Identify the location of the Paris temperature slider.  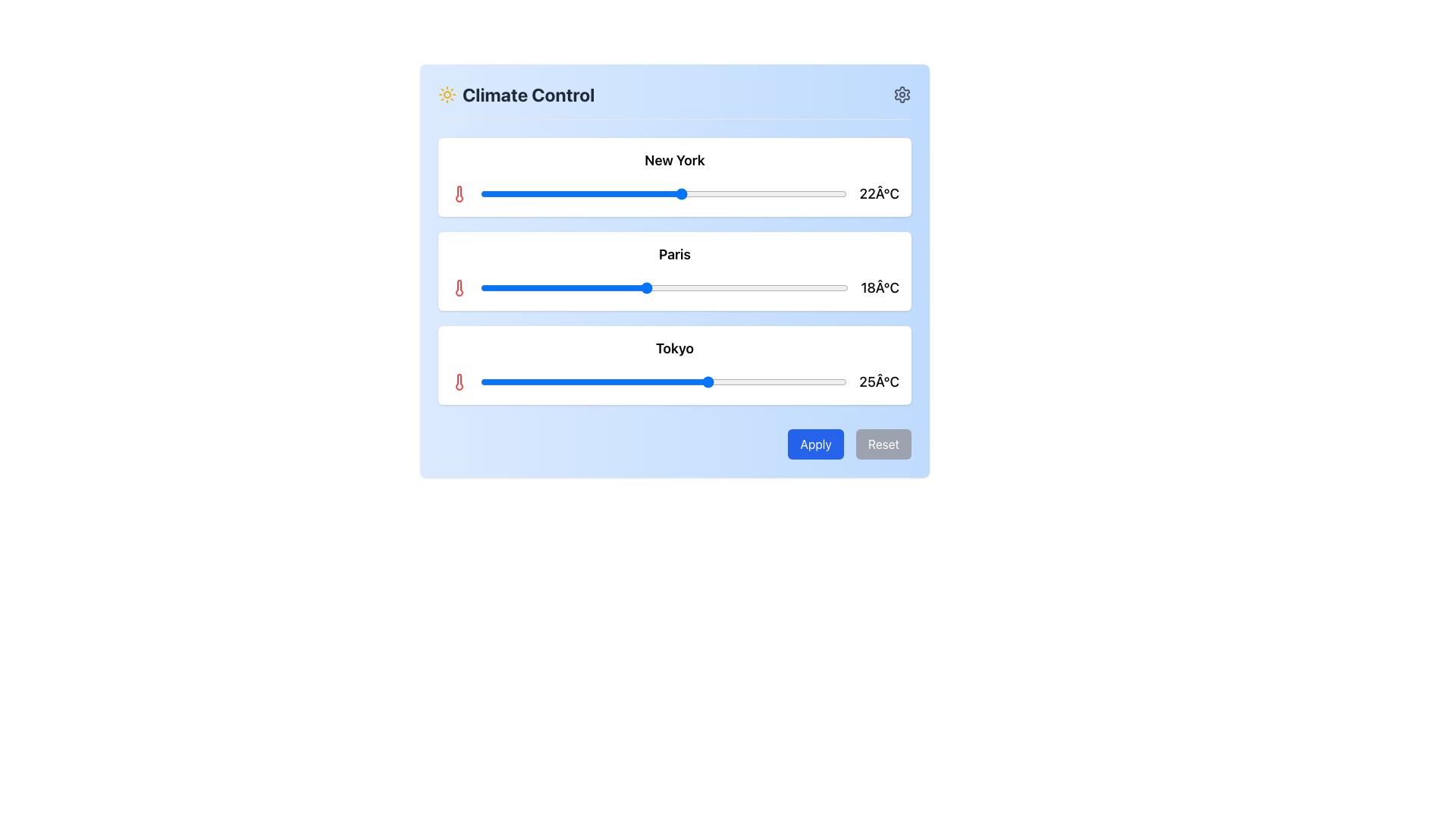
(553, 288).